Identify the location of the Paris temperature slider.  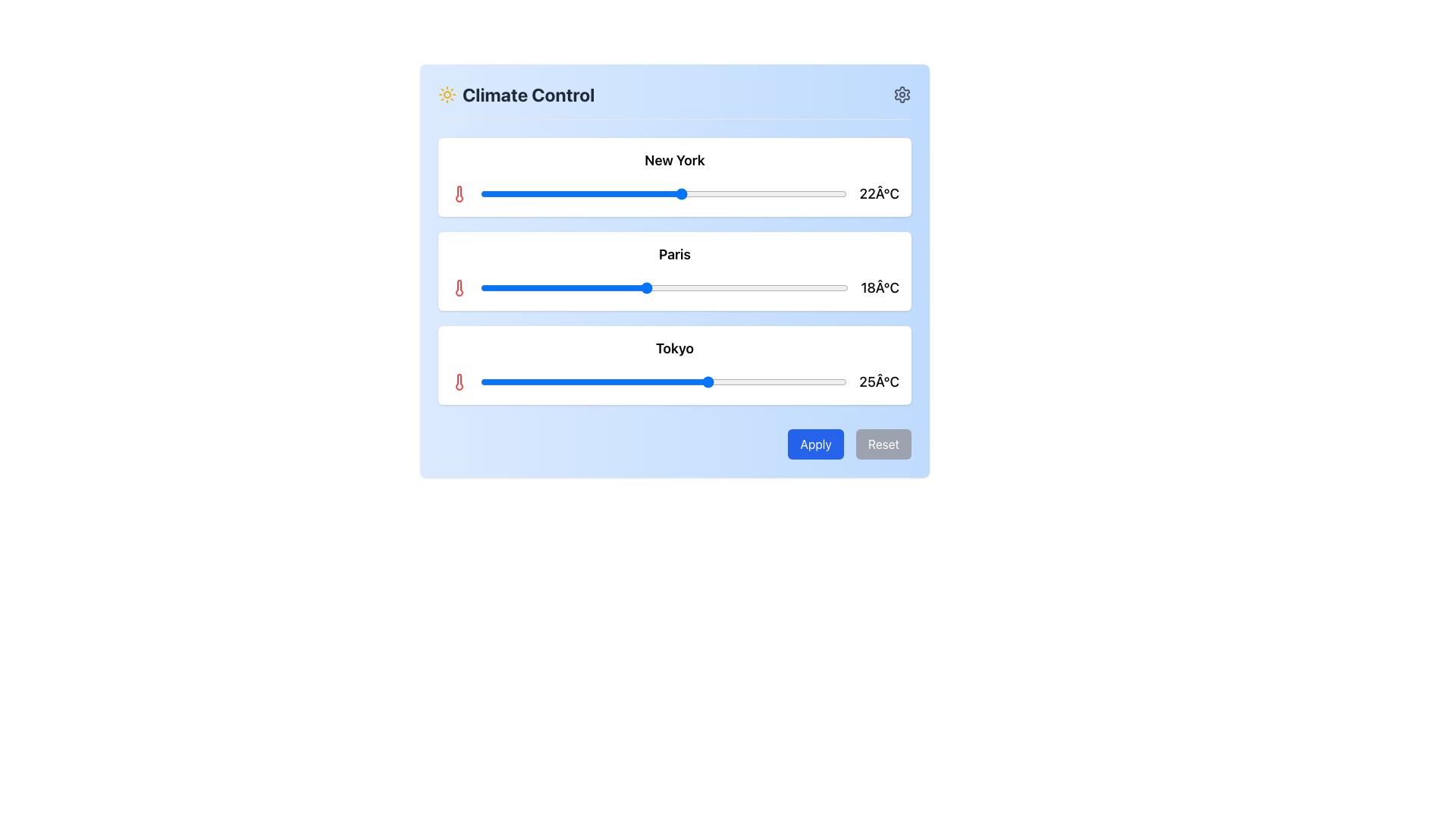
(553, 288).